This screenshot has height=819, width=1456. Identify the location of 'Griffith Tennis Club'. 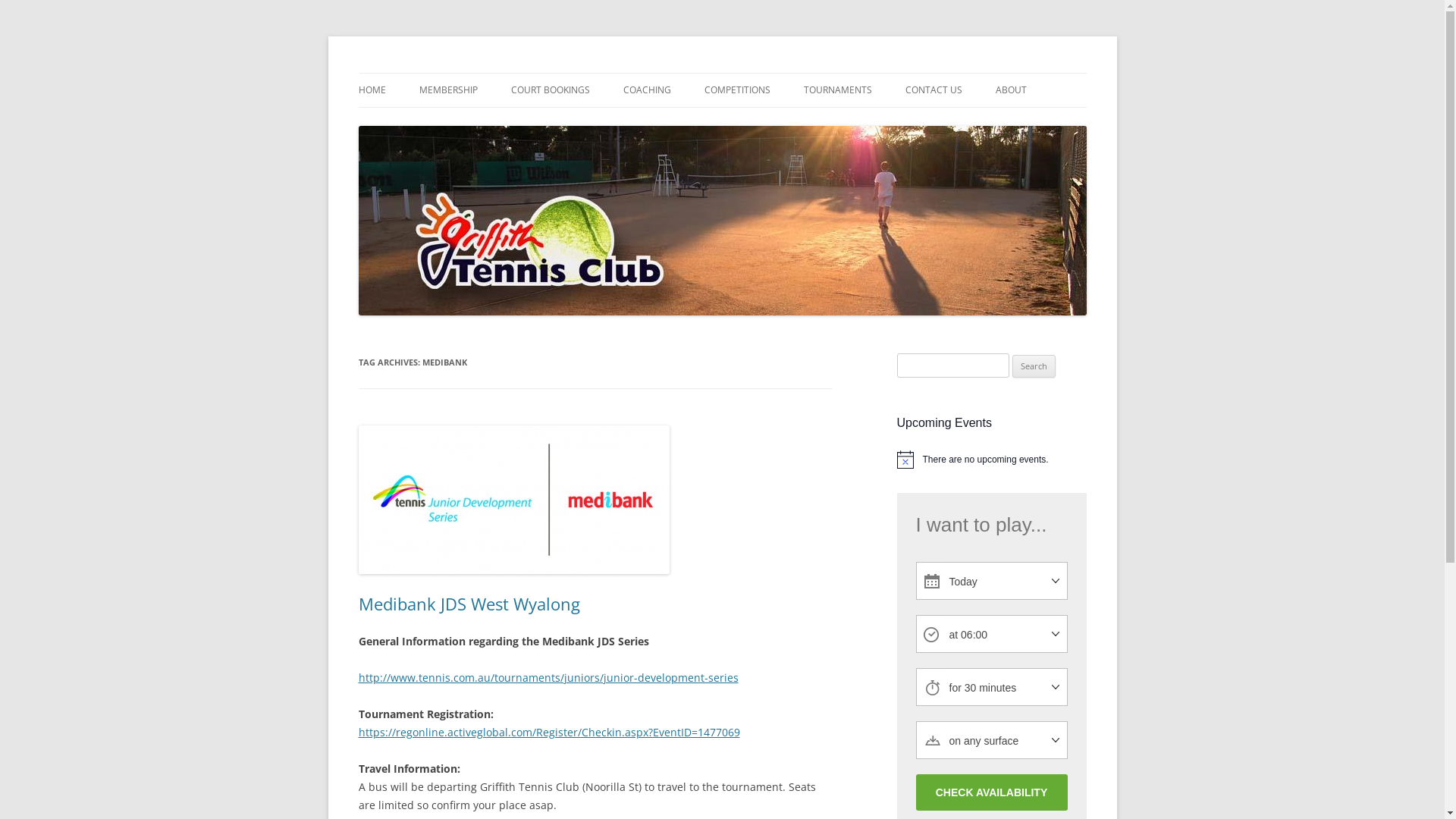
(453, 73).